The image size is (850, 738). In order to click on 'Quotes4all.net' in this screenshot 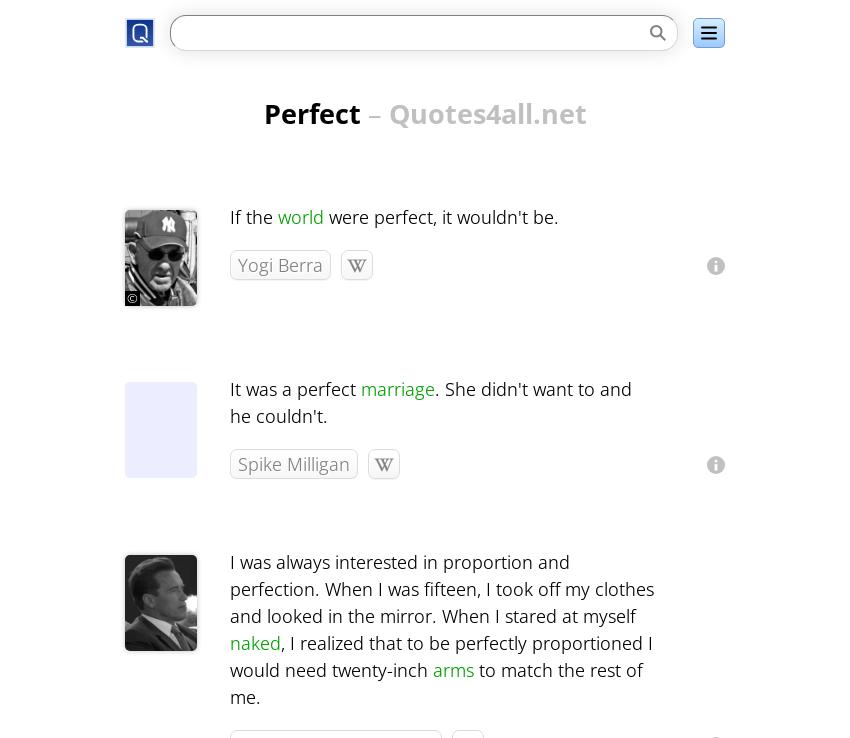, I will do `click(388, 113)`.